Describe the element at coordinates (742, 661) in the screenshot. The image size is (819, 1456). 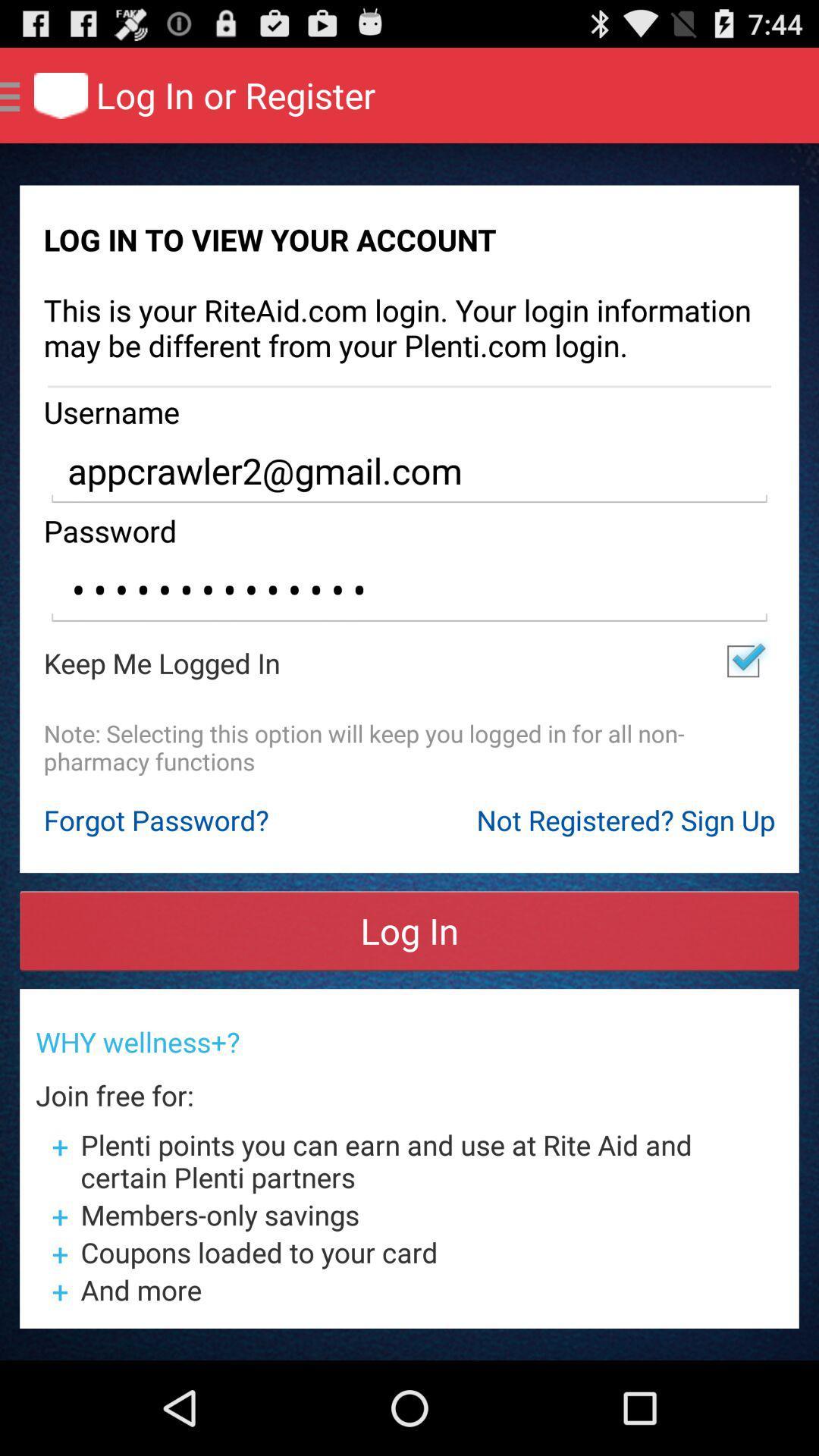
I see `the app next to the keep me logged` at that location.